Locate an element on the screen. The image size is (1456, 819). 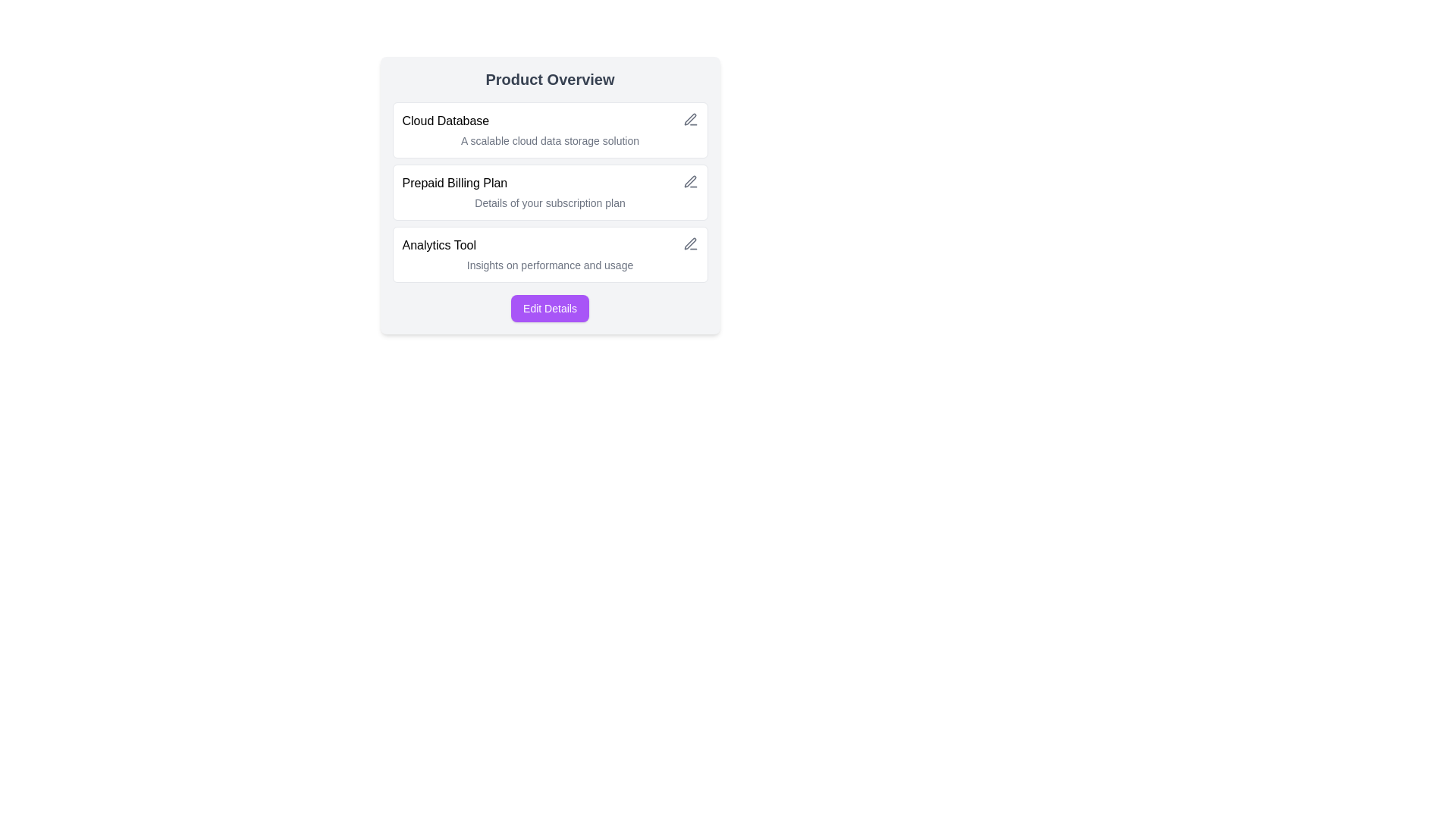
the edit action icon located on the right side of the Prepaid Billing Plan section is located at coordinates (689, 180).